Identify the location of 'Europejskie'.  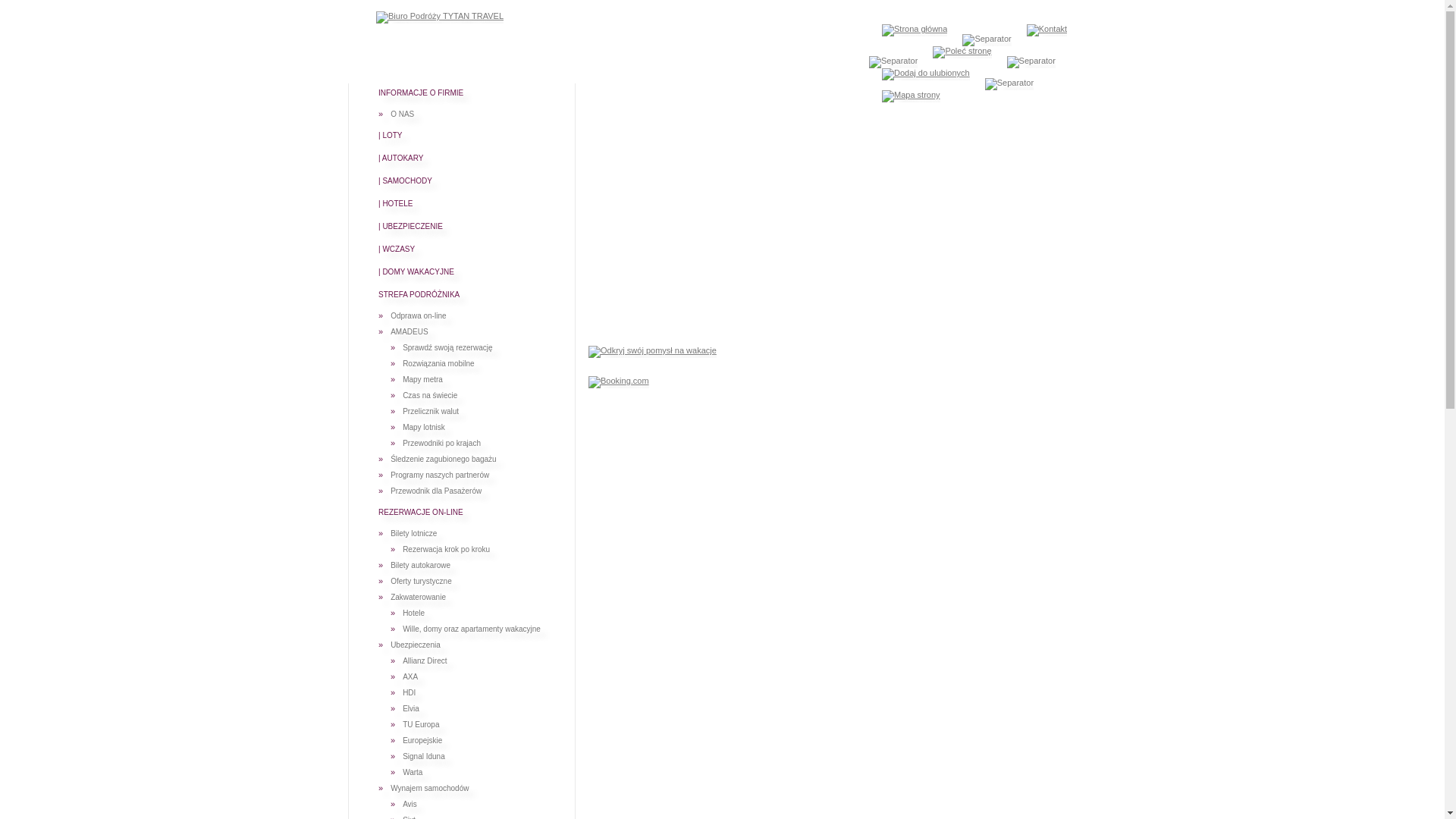
(422, 739).